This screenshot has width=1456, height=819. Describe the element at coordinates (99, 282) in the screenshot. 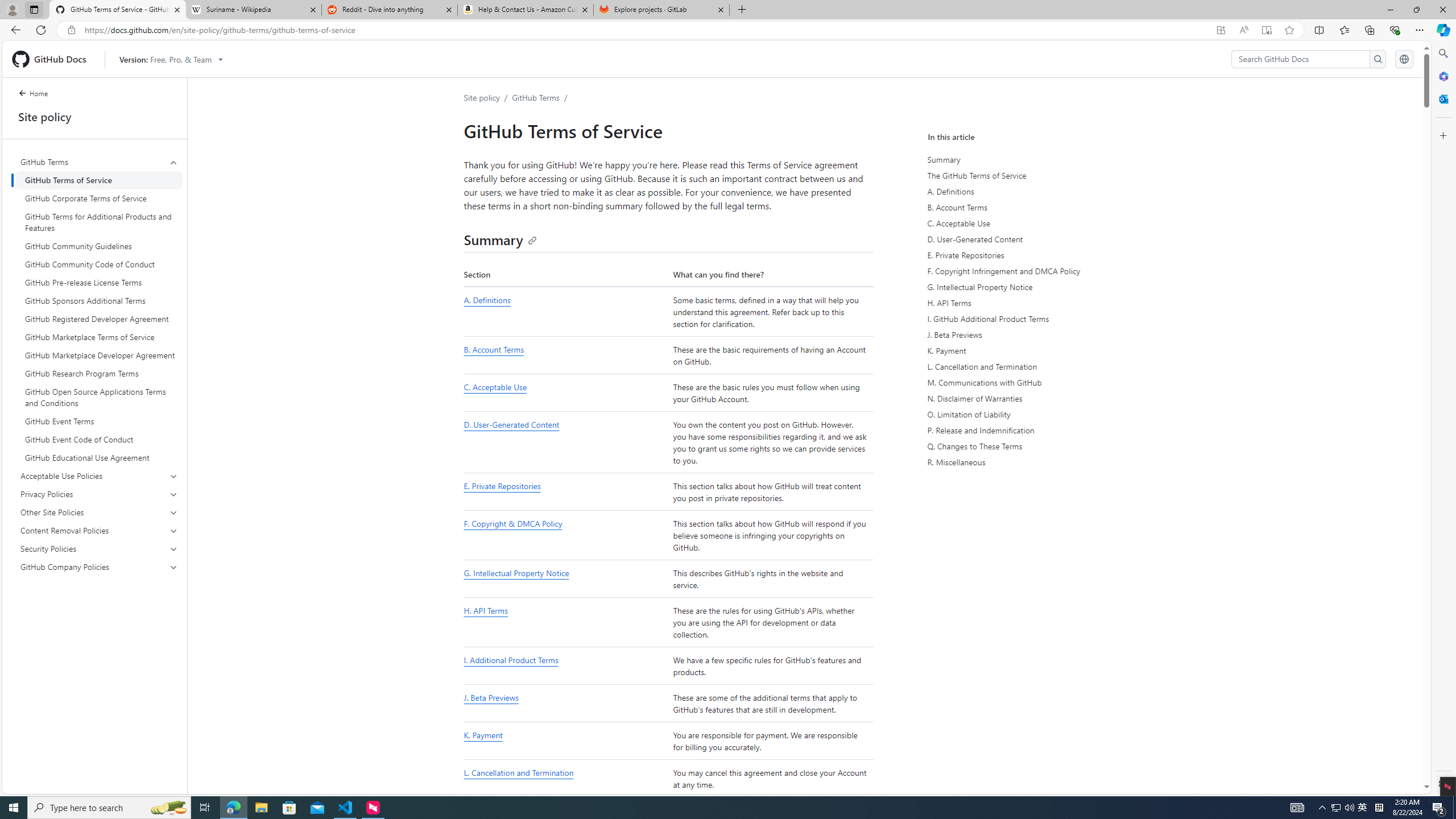

I see `'GitHub Pre-release License Terms'` at that location.